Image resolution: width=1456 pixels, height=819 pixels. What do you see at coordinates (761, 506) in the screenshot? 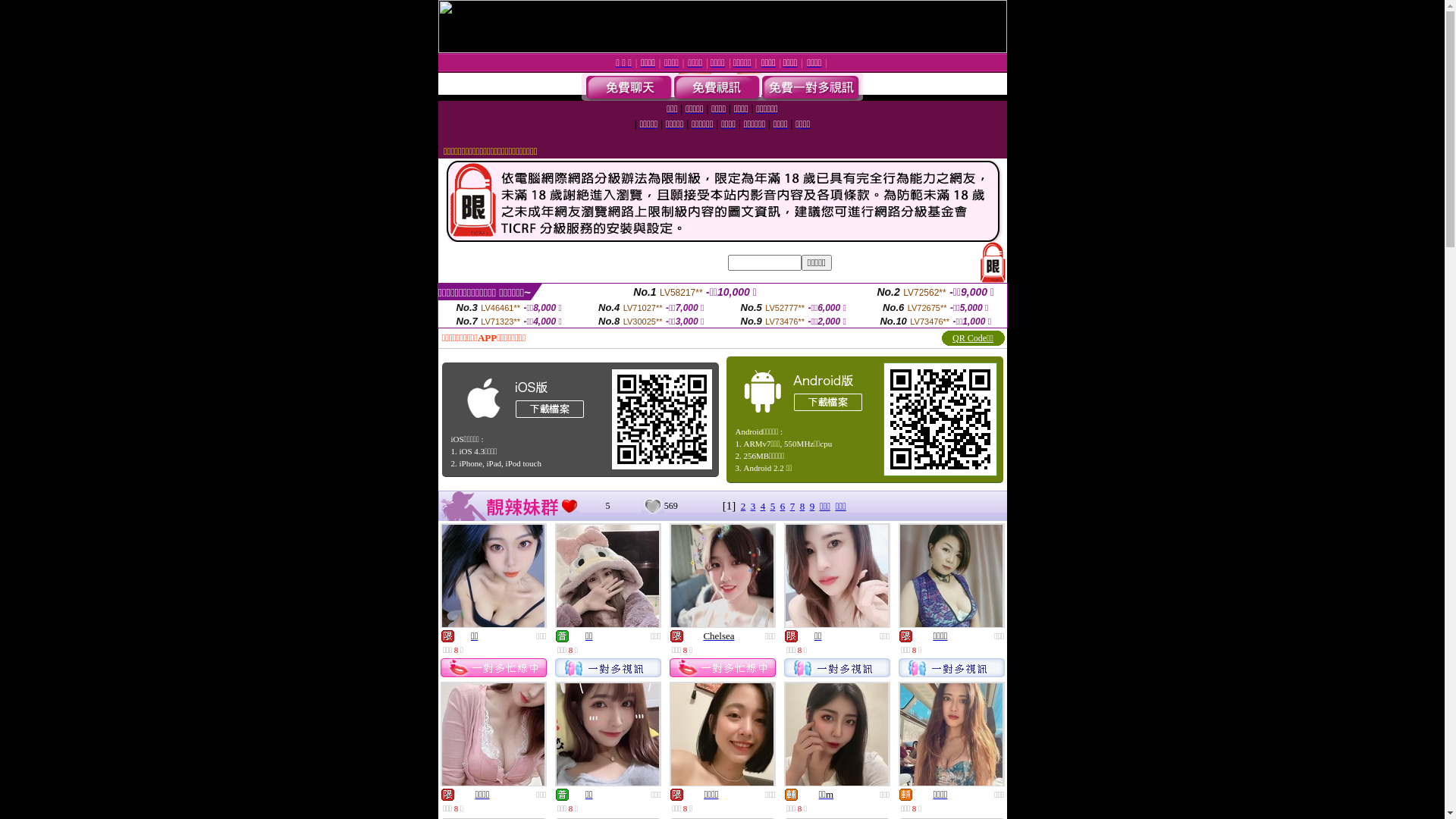
I see `'4'` at bounding box center [761, 506].